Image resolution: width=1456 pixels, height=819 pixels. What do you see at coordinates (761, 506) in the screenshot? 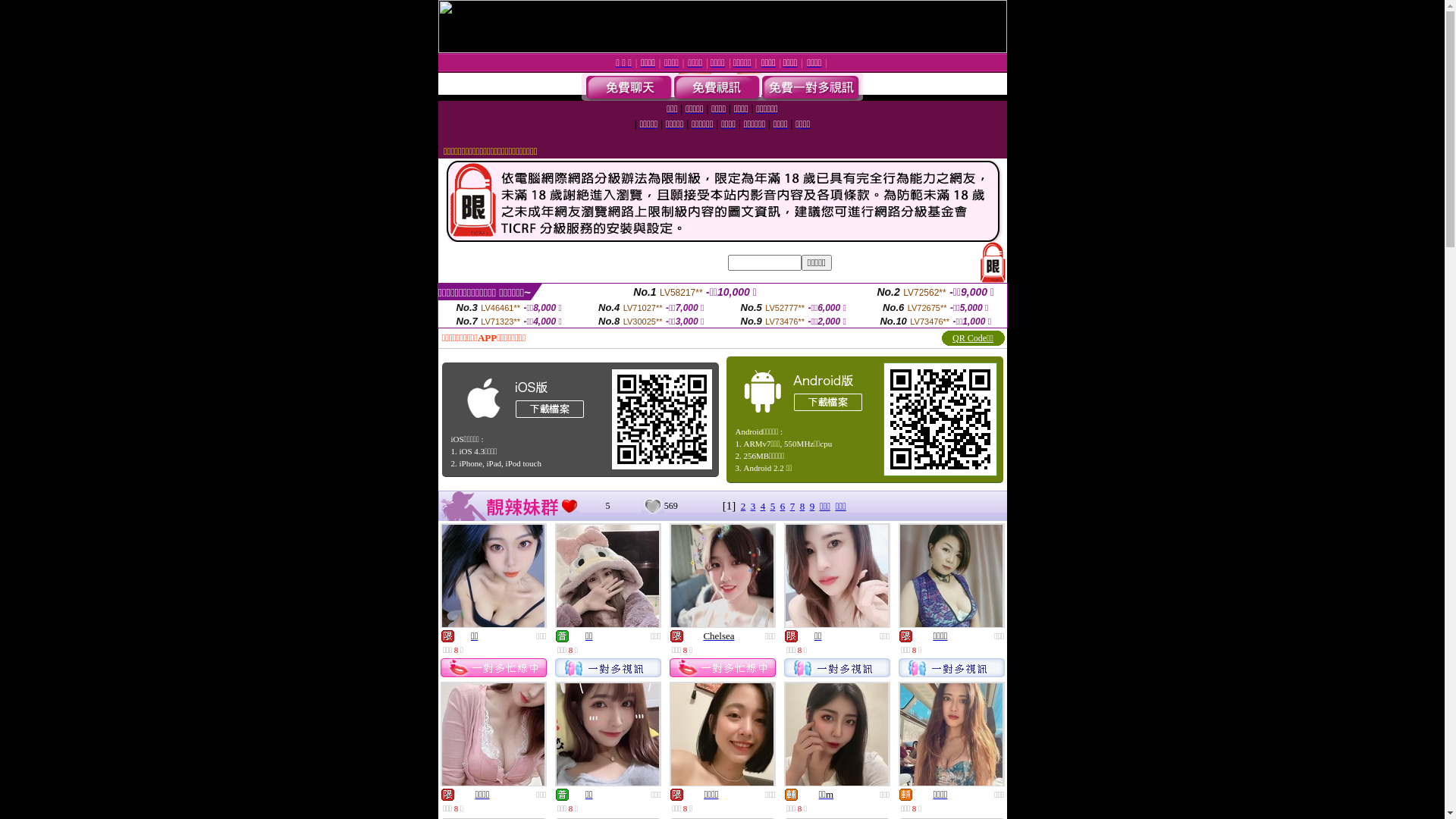
I see `'4'` at bounding box center [761, 506].